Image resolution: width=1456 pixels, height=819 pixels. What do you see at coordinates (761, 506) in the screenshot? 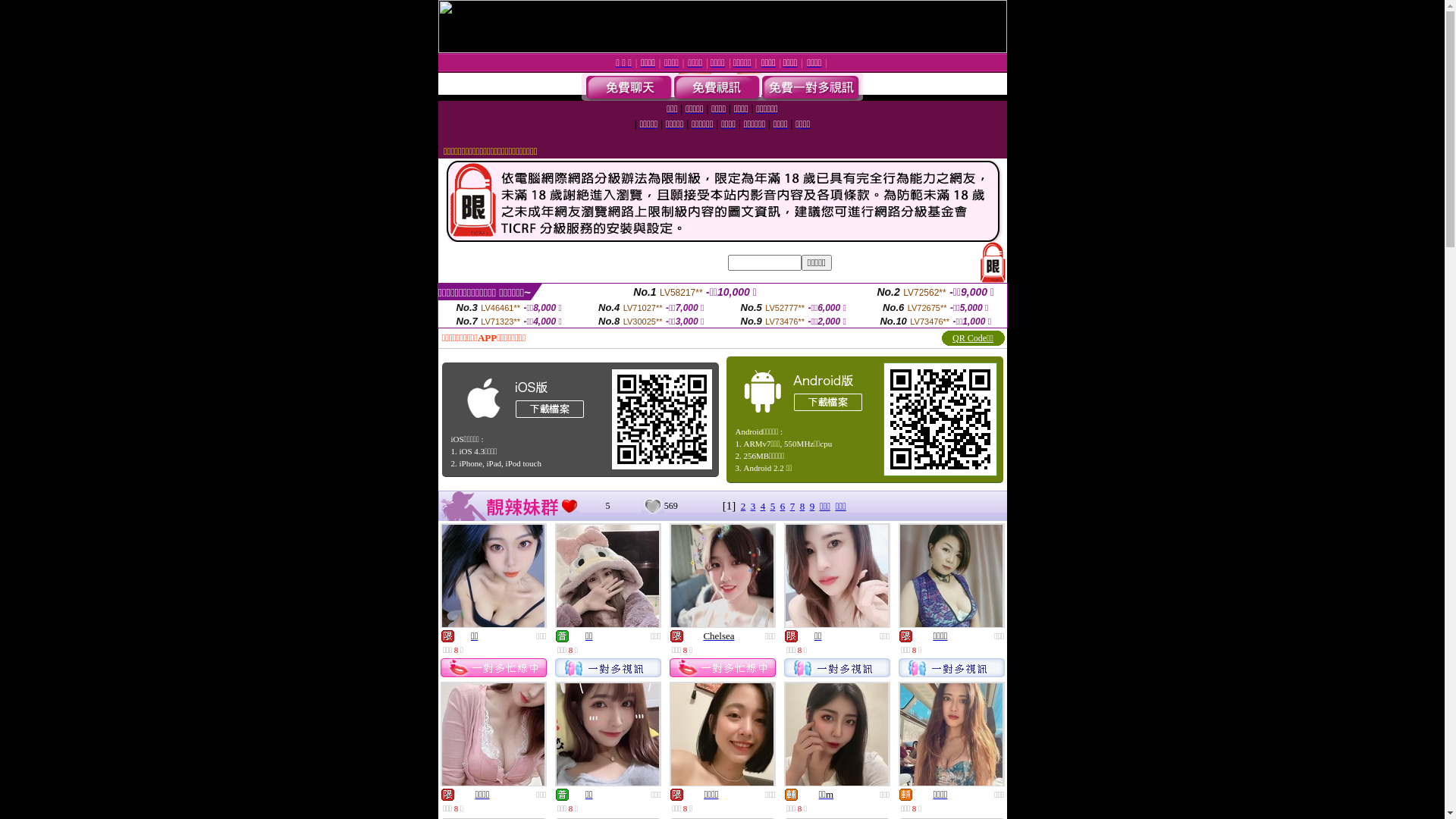
I see `'4'` at bounding box center [761, 506].